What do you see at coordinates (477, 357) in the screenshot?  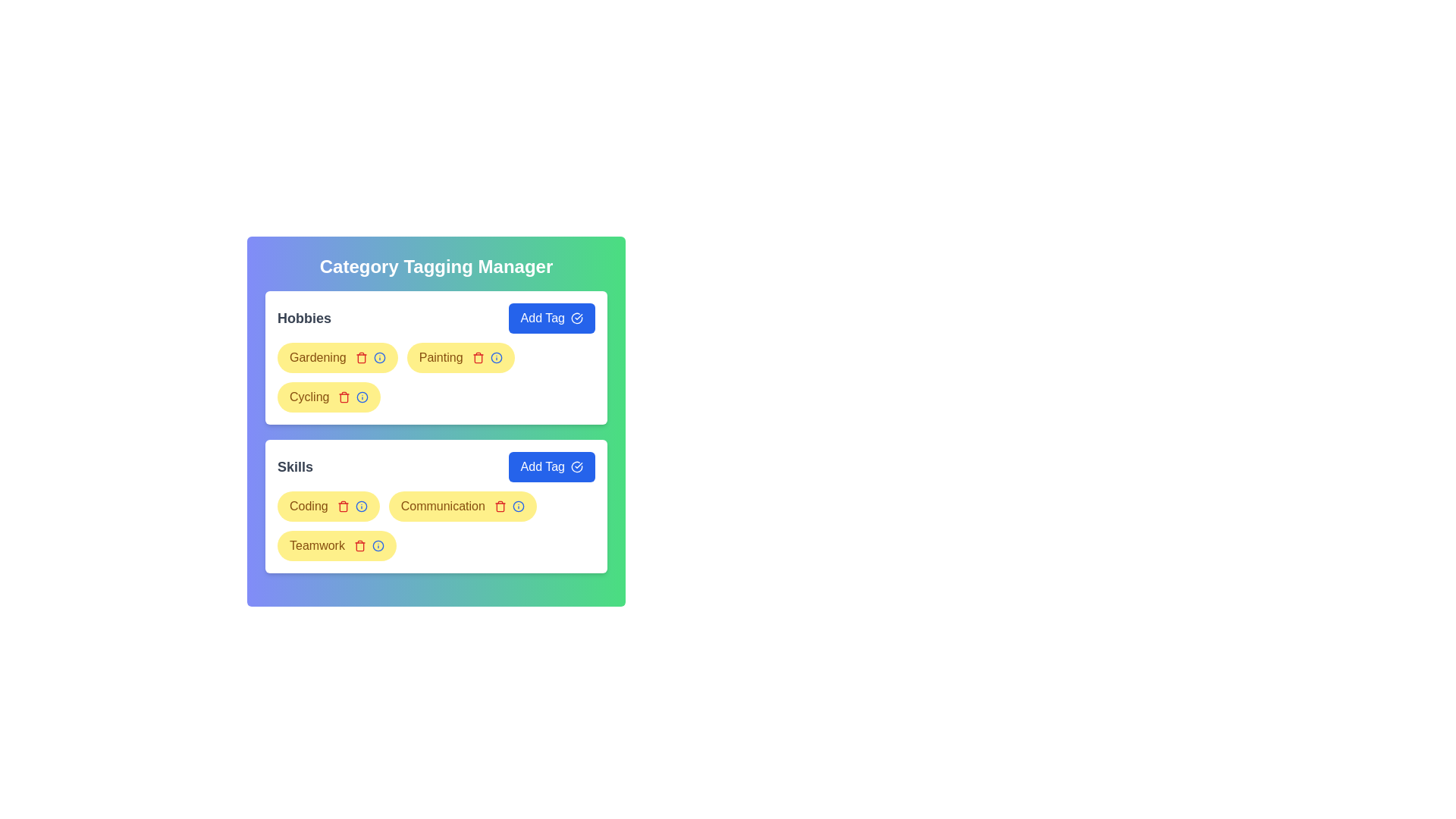 I see `the red trash icon button located to the right of the 'Painting' text` at bounding box center [477, 357].